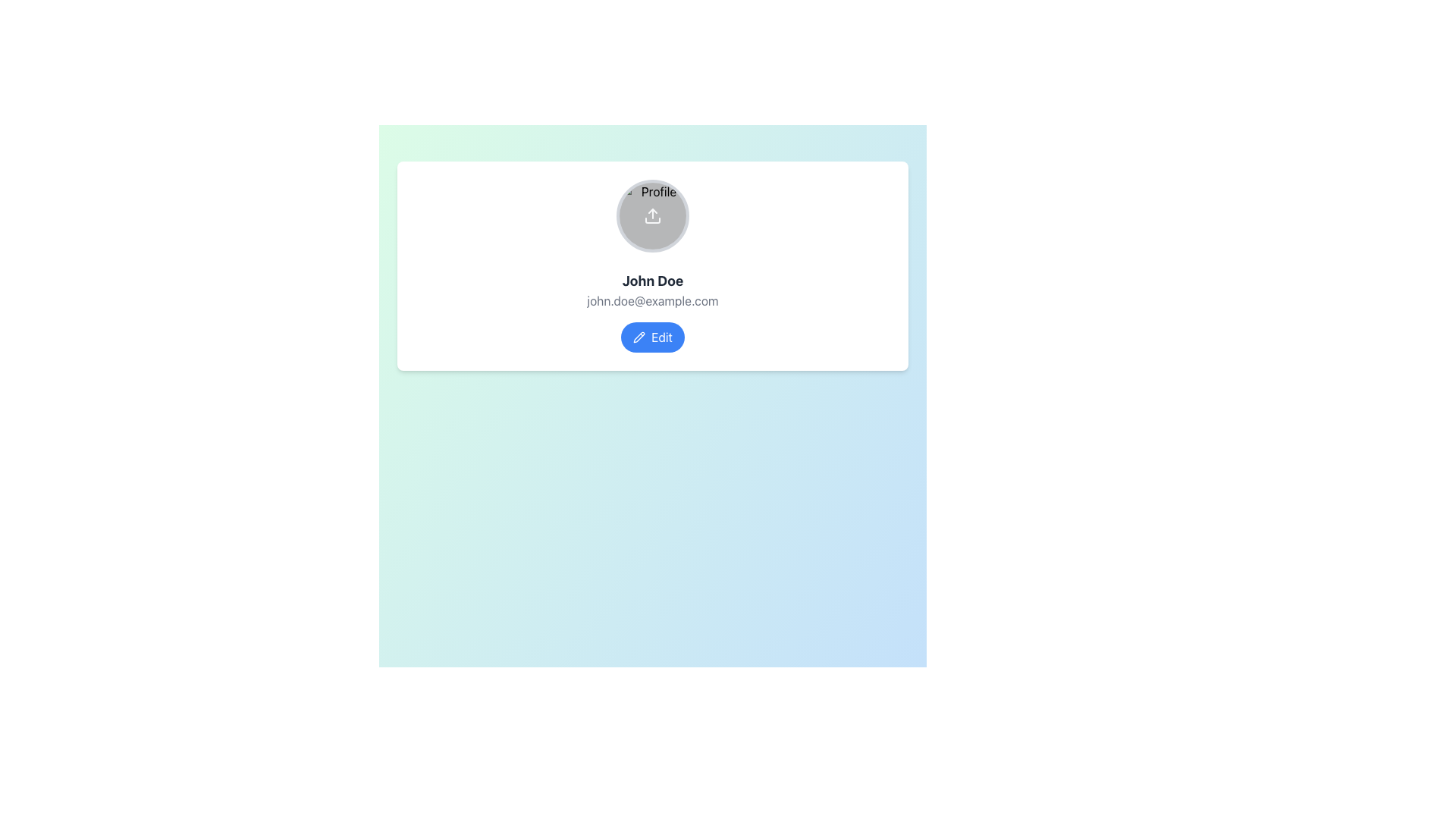  Describe the element at coordinates (652, 336) in the screenshot. I see `the edit button located at the bottom center of the profile card for 'John Doe'` at that location.